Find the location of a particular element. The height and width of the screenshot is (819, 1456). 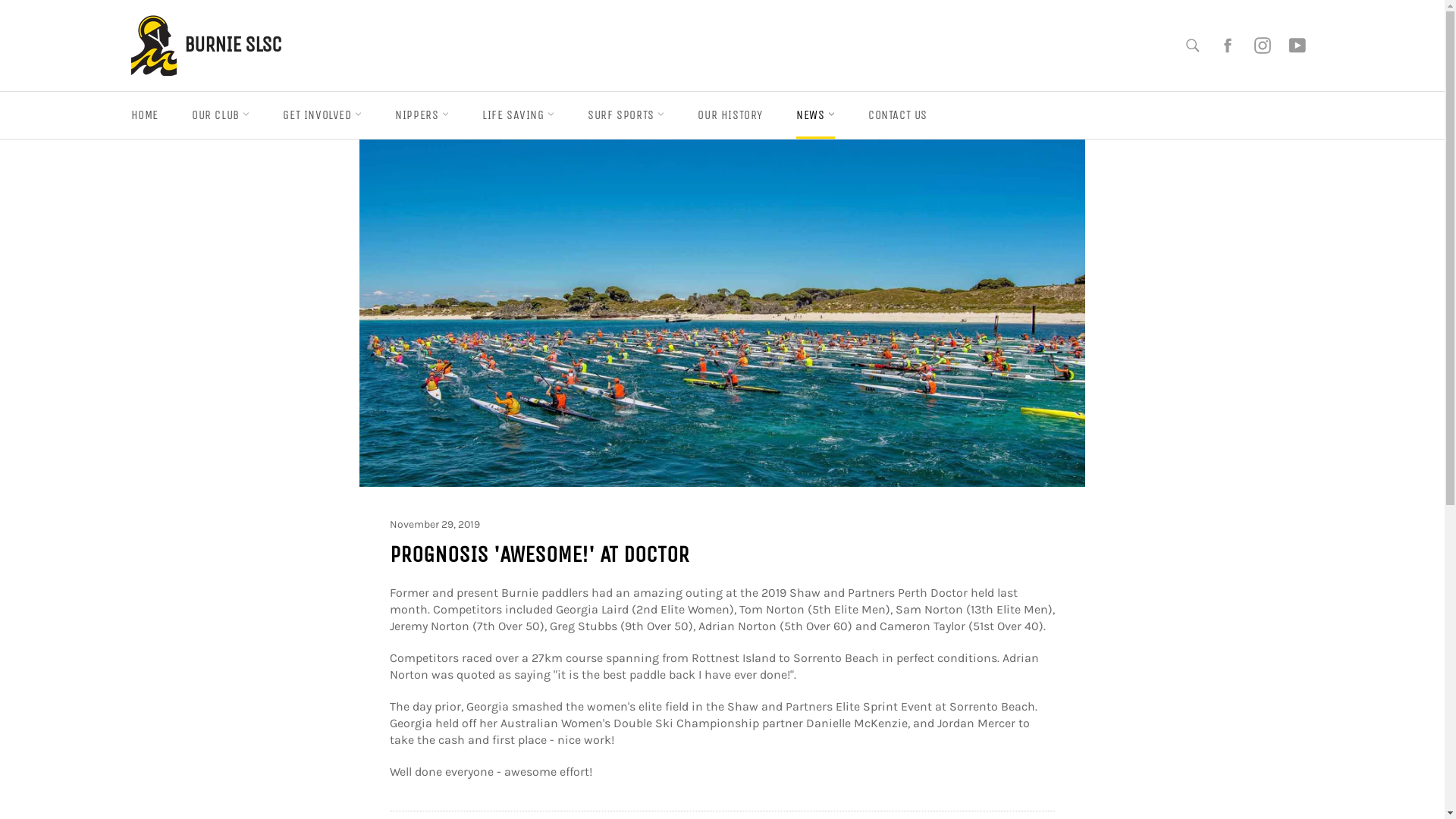

'NIPPERS' is located at coordinates (379, 114).